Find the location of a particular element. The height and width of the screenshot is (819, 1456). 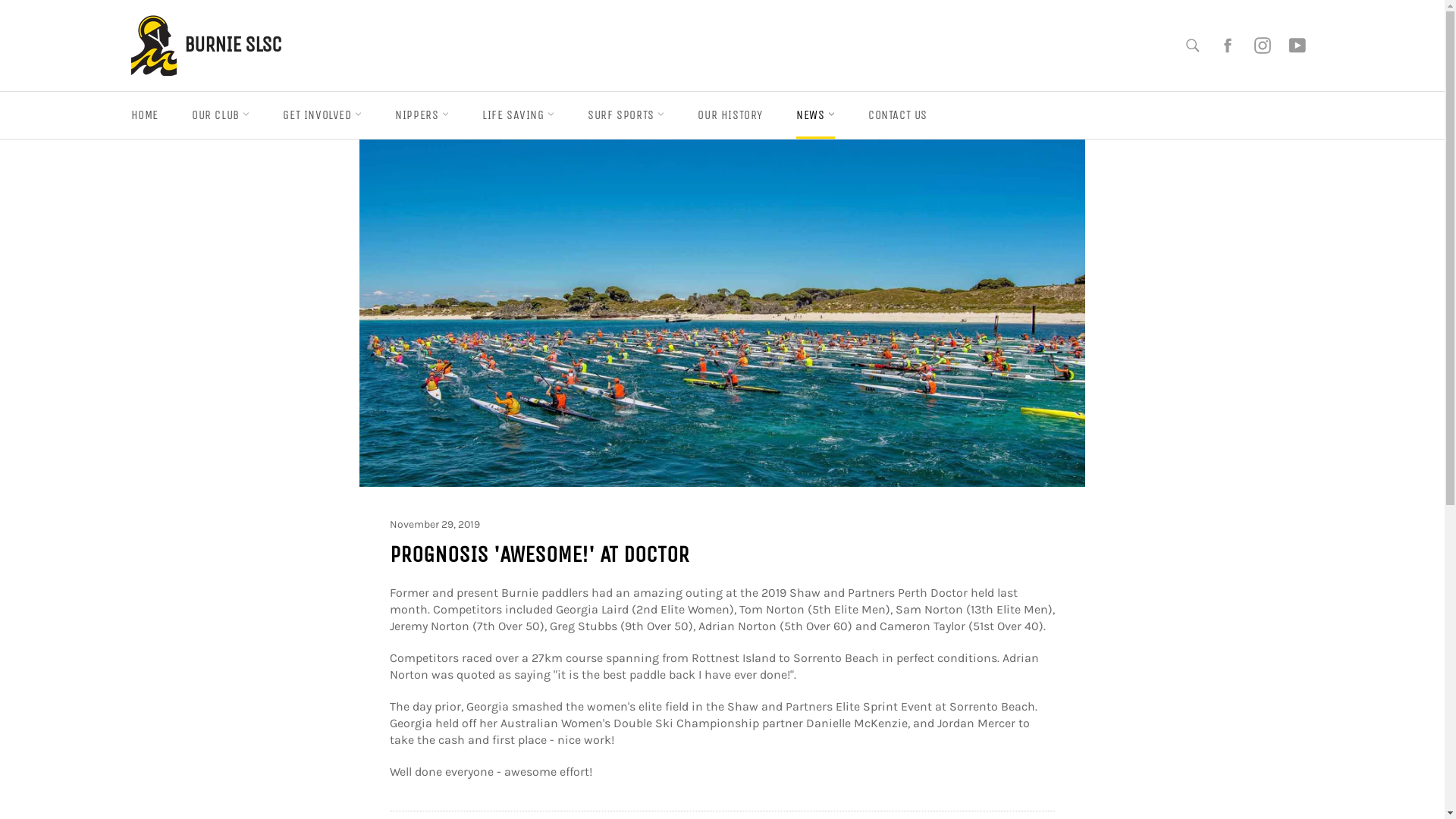

'NIPPERS' is located at coordinates (379, 114).